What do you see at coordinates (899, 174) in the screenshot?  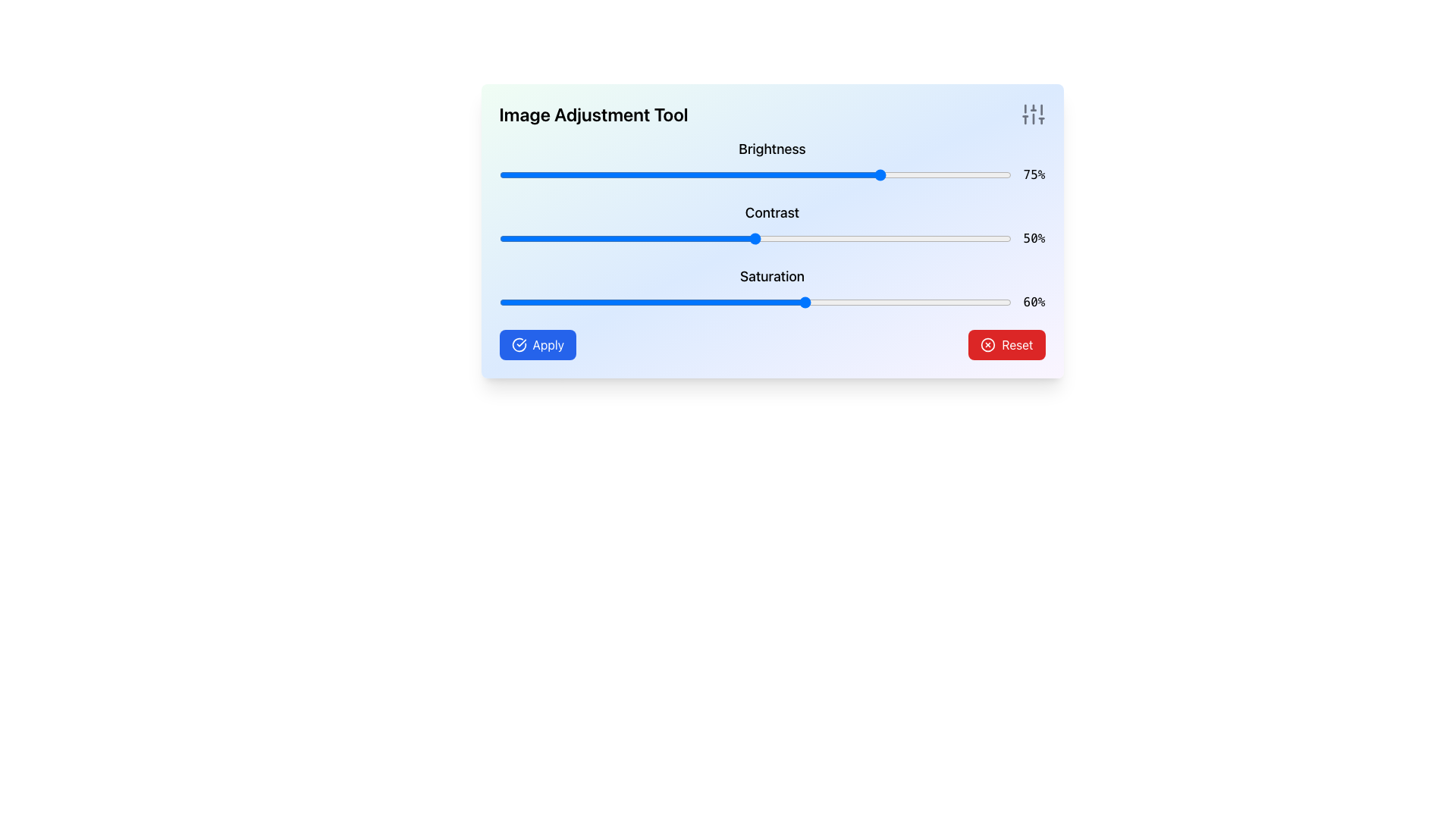 I see `brightness` at bounding box center [899, 174].